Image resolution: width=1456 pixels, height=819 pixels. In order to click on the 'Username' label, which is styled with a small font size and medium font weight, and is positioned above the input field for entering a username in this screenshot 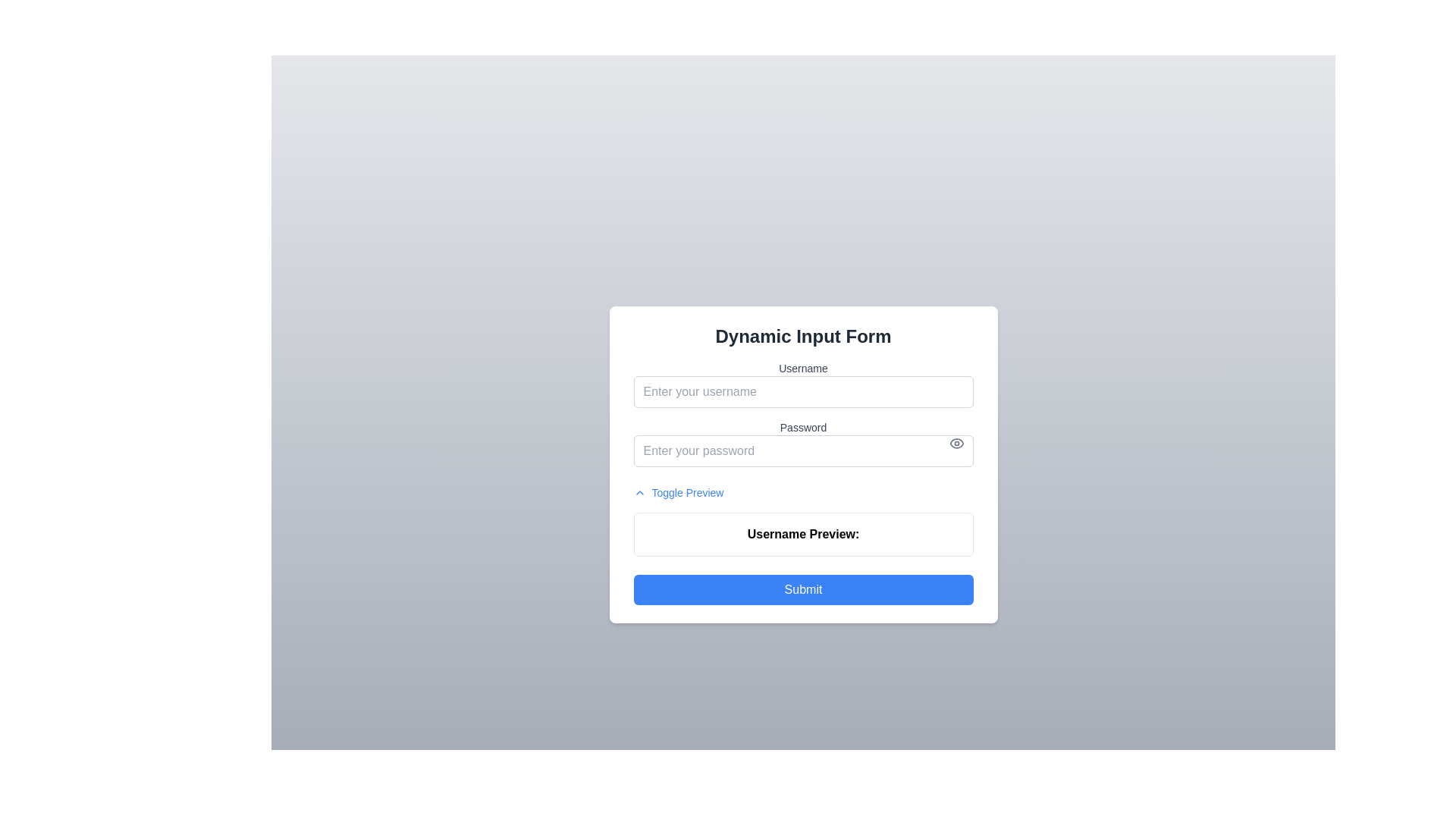, I will do `click(802, 369)`.